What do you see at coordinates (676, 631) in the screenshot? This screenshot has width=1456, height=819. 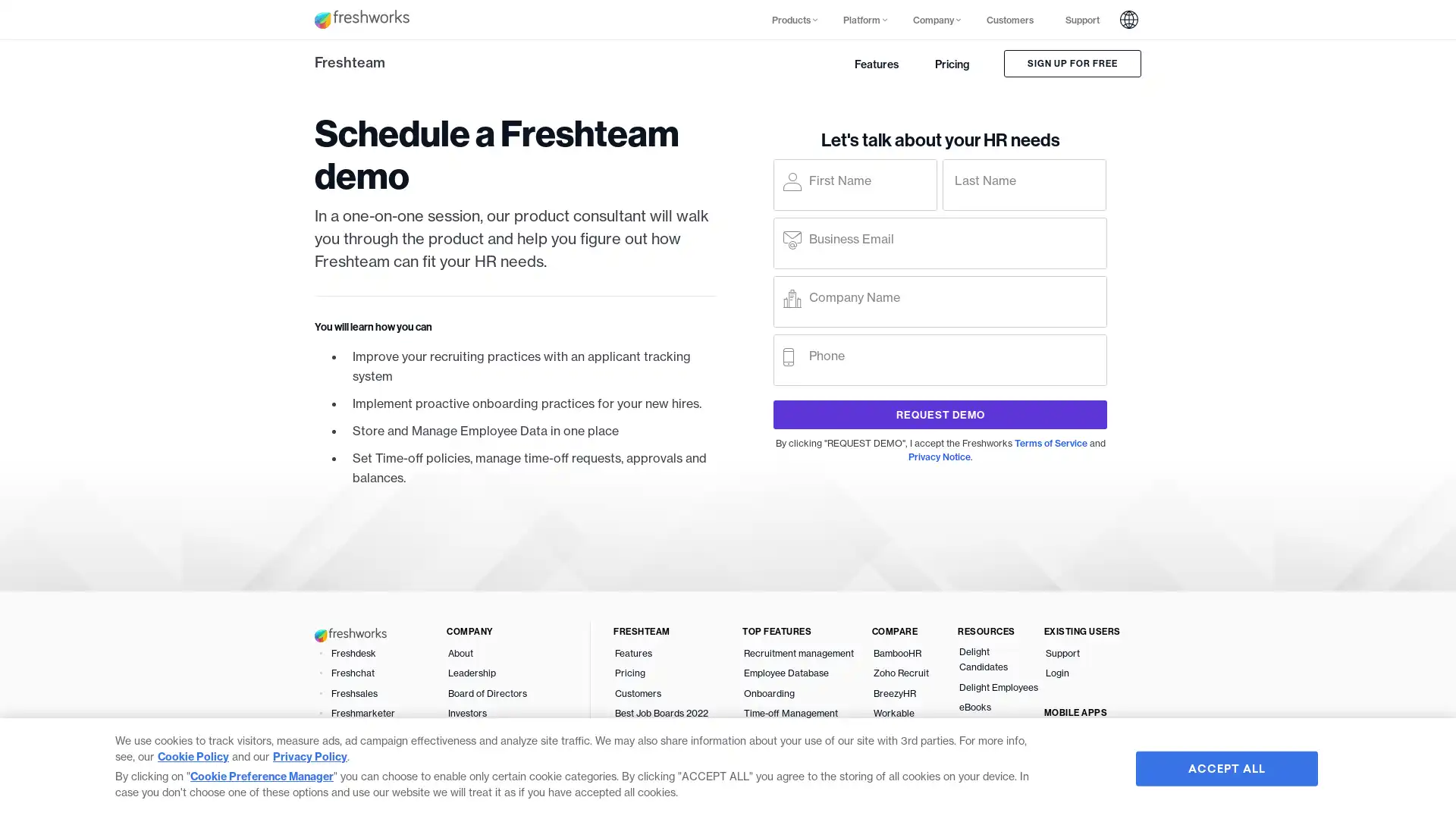 I see `FRESHTEAM` at bounding box center [676, 631].